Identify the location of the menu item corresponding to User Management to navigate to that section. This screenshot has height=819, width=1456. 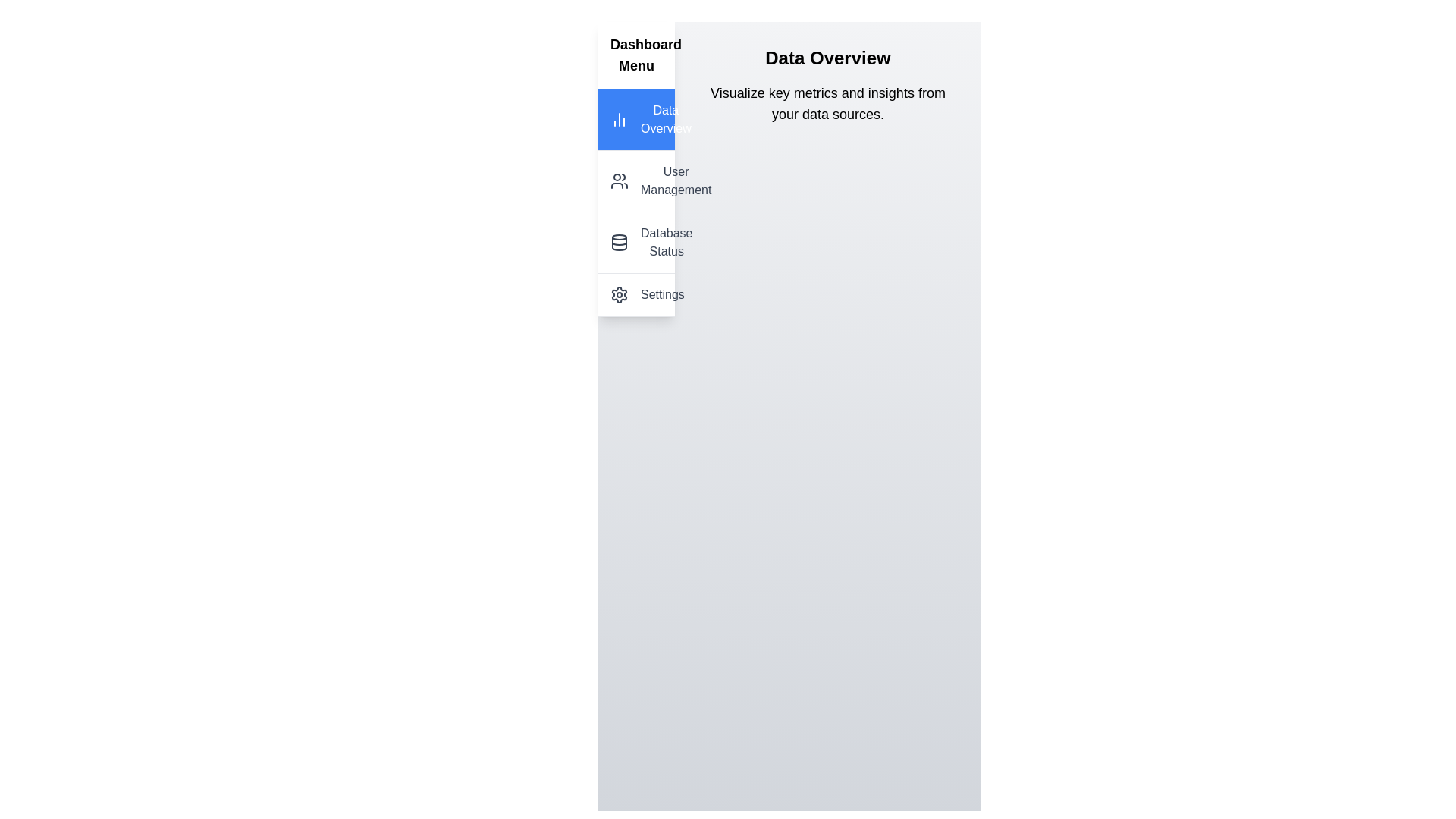
(636, 180).